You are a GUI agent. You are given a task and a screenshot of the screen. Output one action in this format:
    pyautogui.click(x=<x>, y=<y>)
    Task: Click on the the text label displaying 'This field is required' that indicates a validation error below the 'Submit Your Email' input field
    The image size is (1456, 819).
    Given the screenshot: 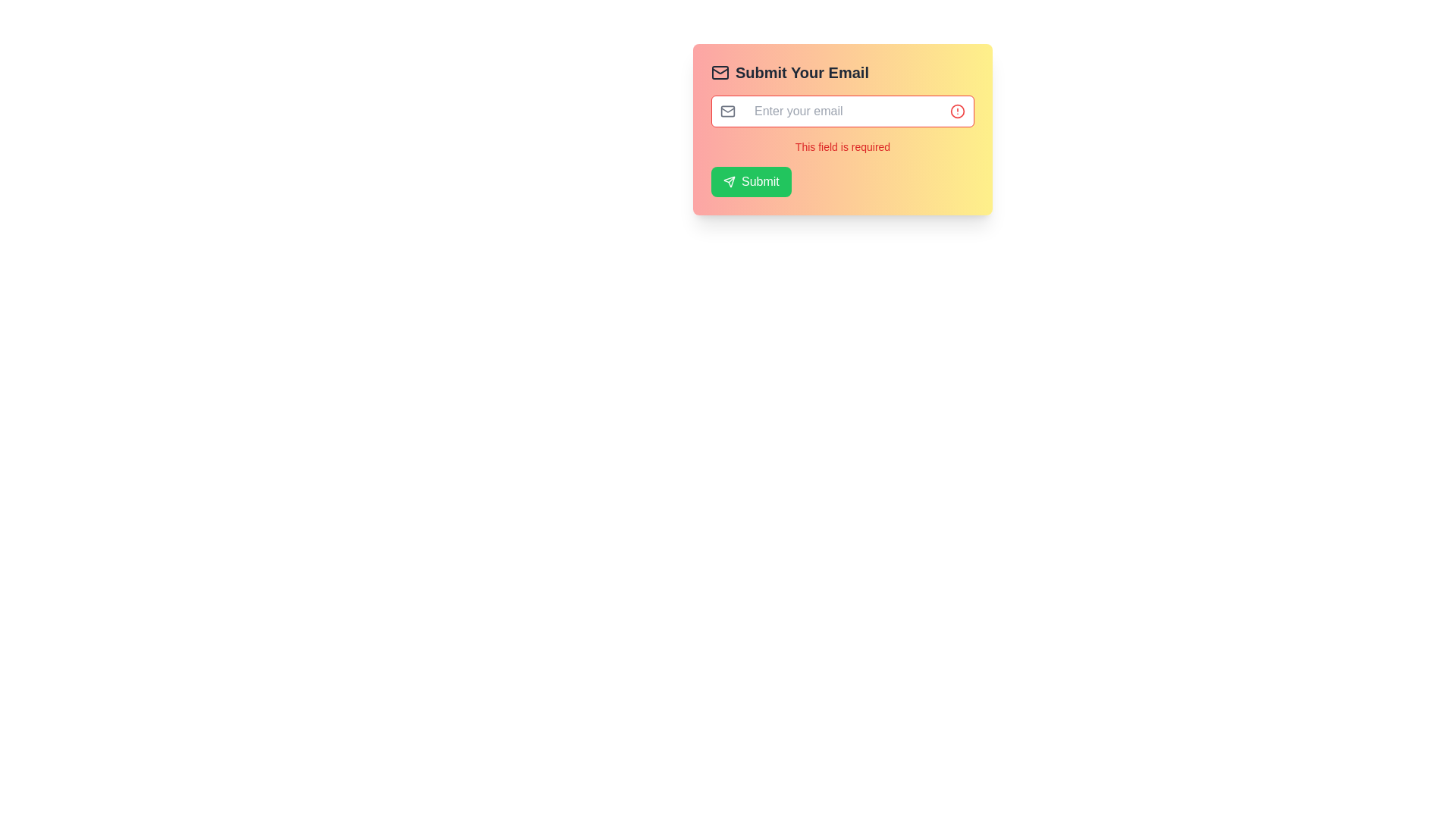 What is the action you would take?
    pyautogui.click(x=842, y=146)
    